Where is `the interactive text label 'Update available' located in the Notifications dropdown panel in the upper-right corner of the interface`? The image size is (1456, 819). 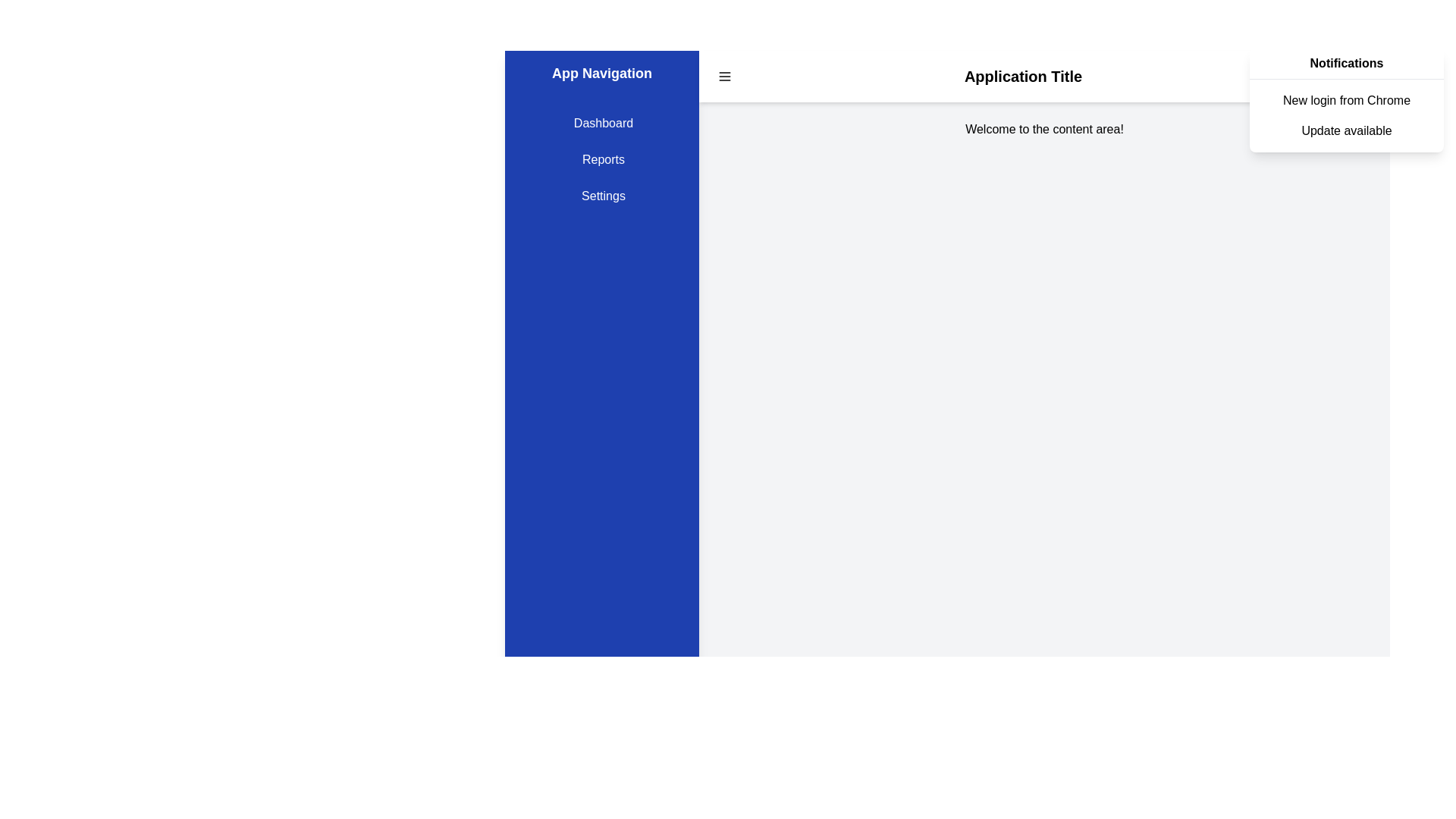
the interactive text label 'Update available' located in the Notifications dropdown panel in the upper-right corner of the interface is located at coordinates (1347, 130).